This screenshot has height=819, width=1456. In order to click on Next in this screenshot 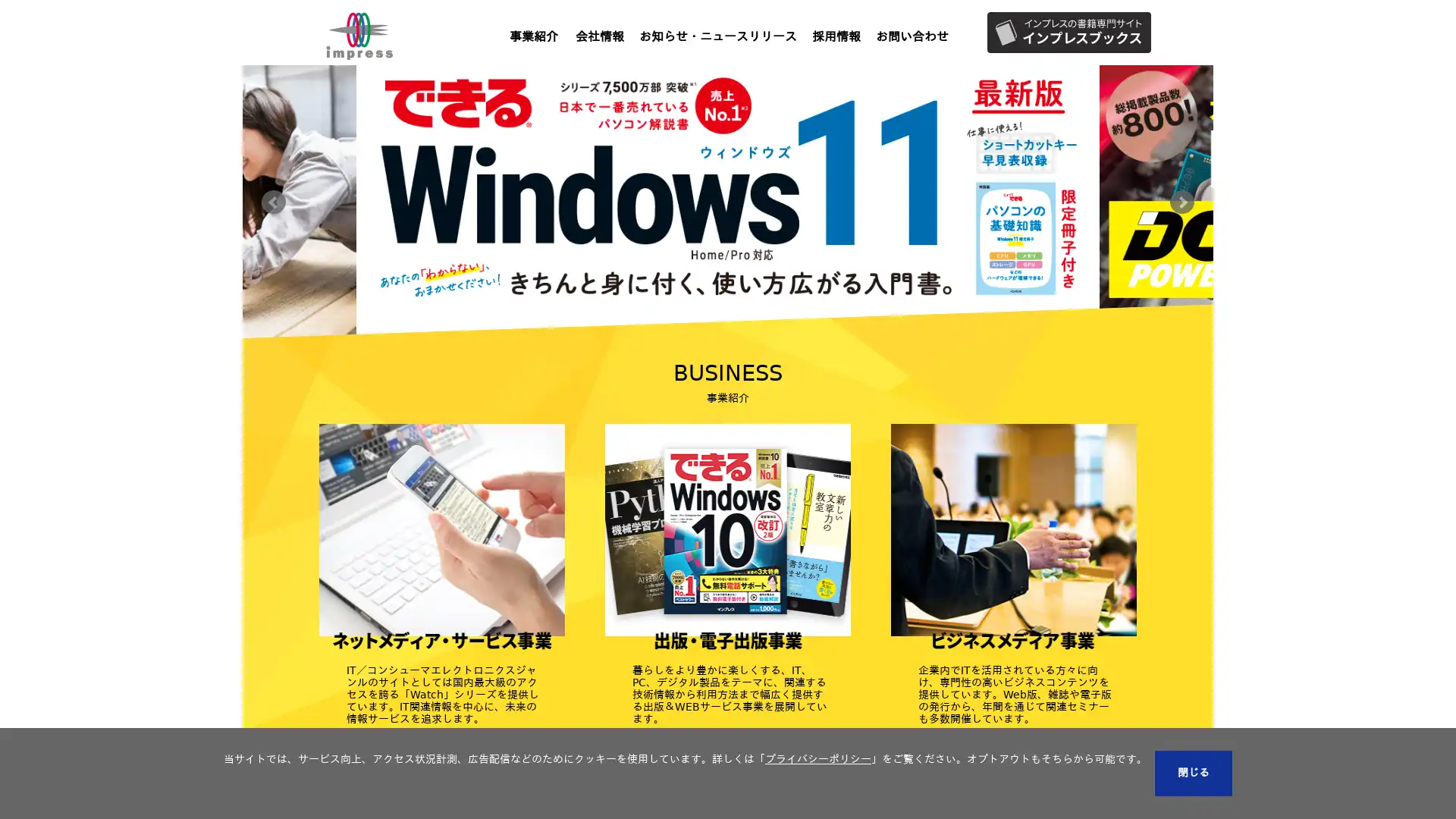, I will do `click(1181, 201)`.